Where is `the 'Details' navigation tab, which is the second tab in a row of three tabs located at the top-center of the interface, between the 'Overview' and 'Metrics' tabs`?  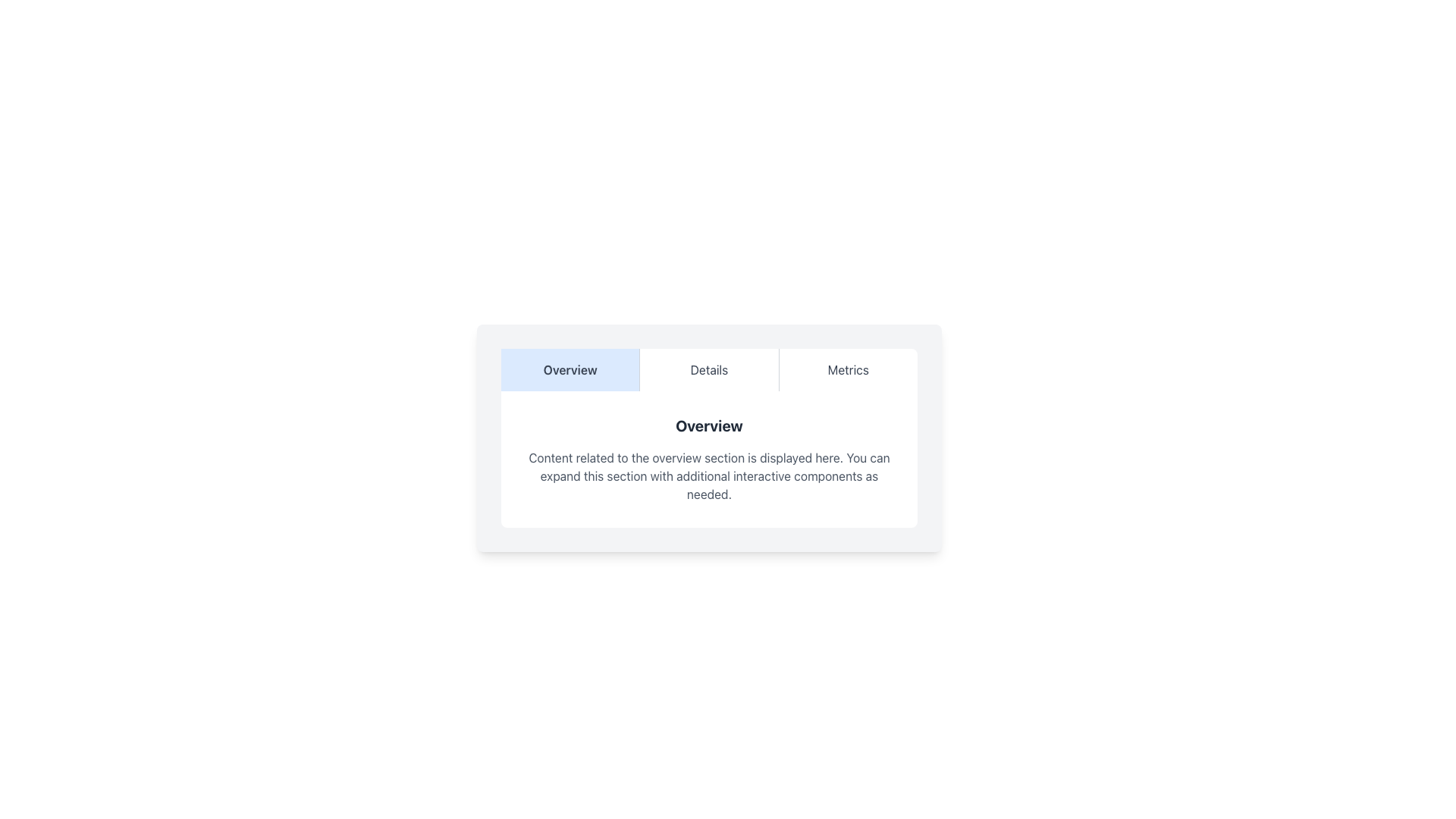 the 'Details' navigation tab, which is the second tab in a row of three tabs located at the top-center of the interface, between the 'Overview' and 'Metrics' tabs is located at coordinates (708, 370).